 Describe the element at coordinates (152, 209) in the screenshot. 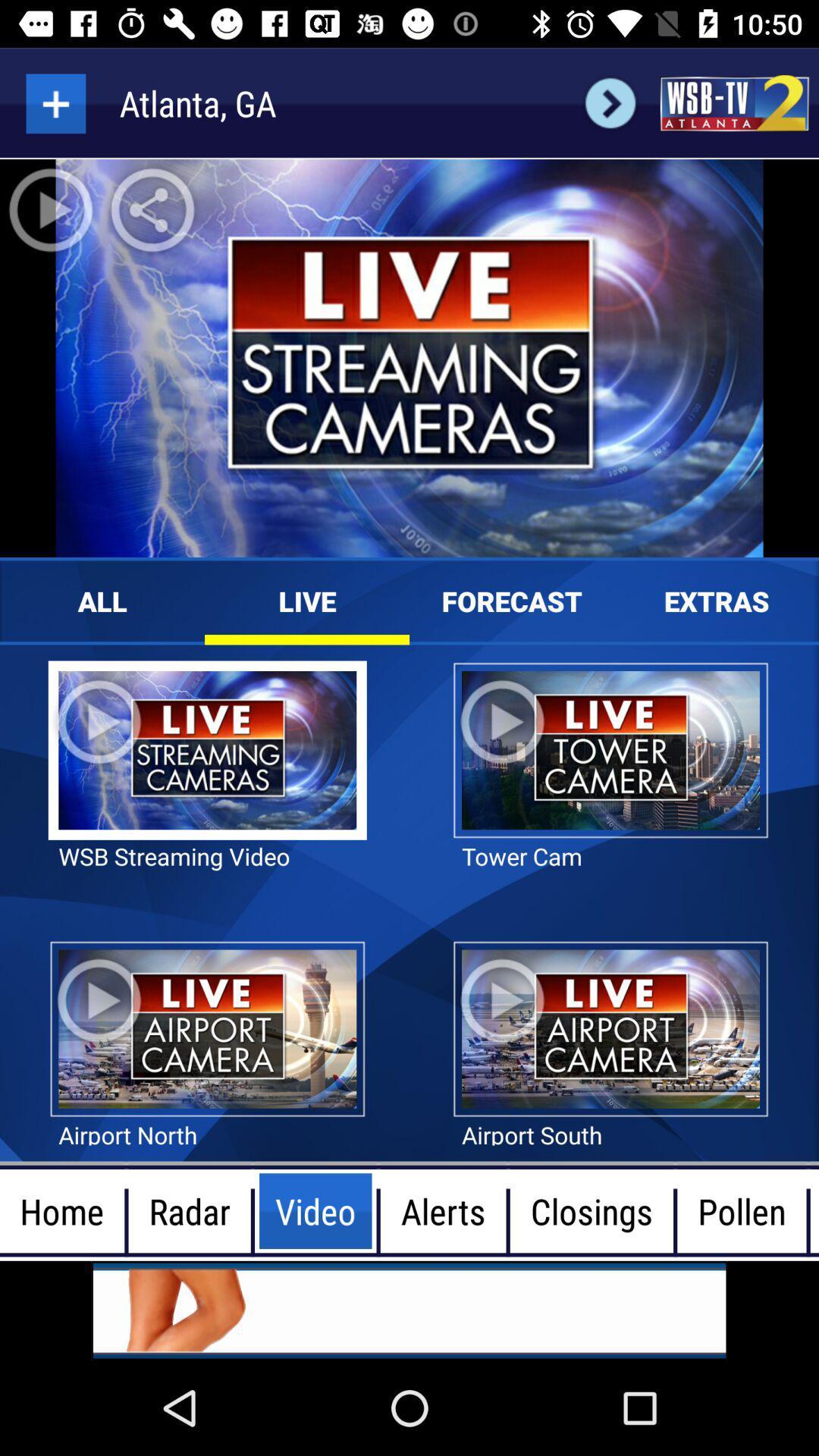

I see `the share icon` at that location.